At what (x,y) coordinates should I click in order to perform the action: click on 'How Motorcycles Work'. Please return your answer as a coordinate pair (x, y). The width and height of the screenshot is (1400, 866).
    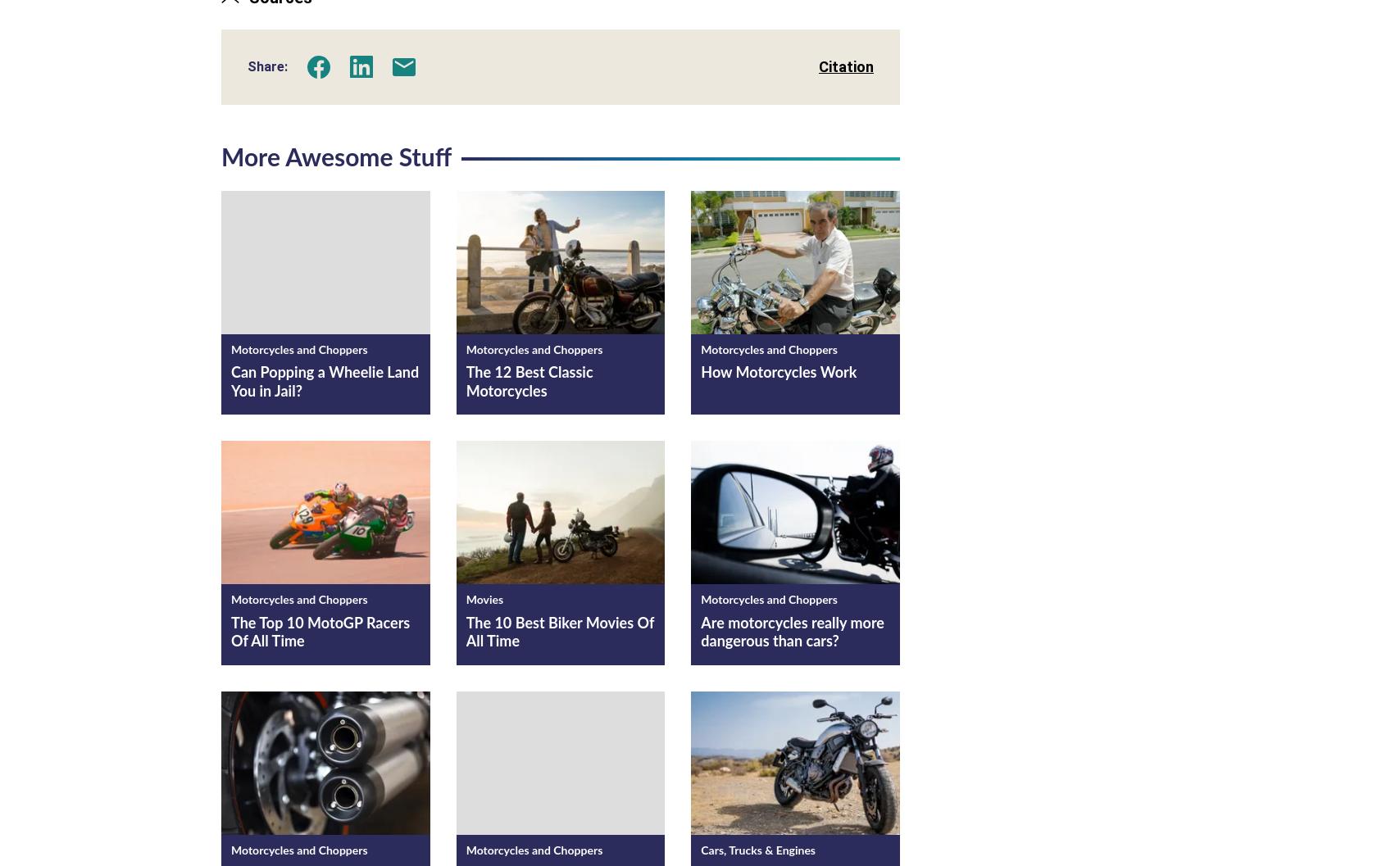
    Looking at the image, I should click on (778, 373).